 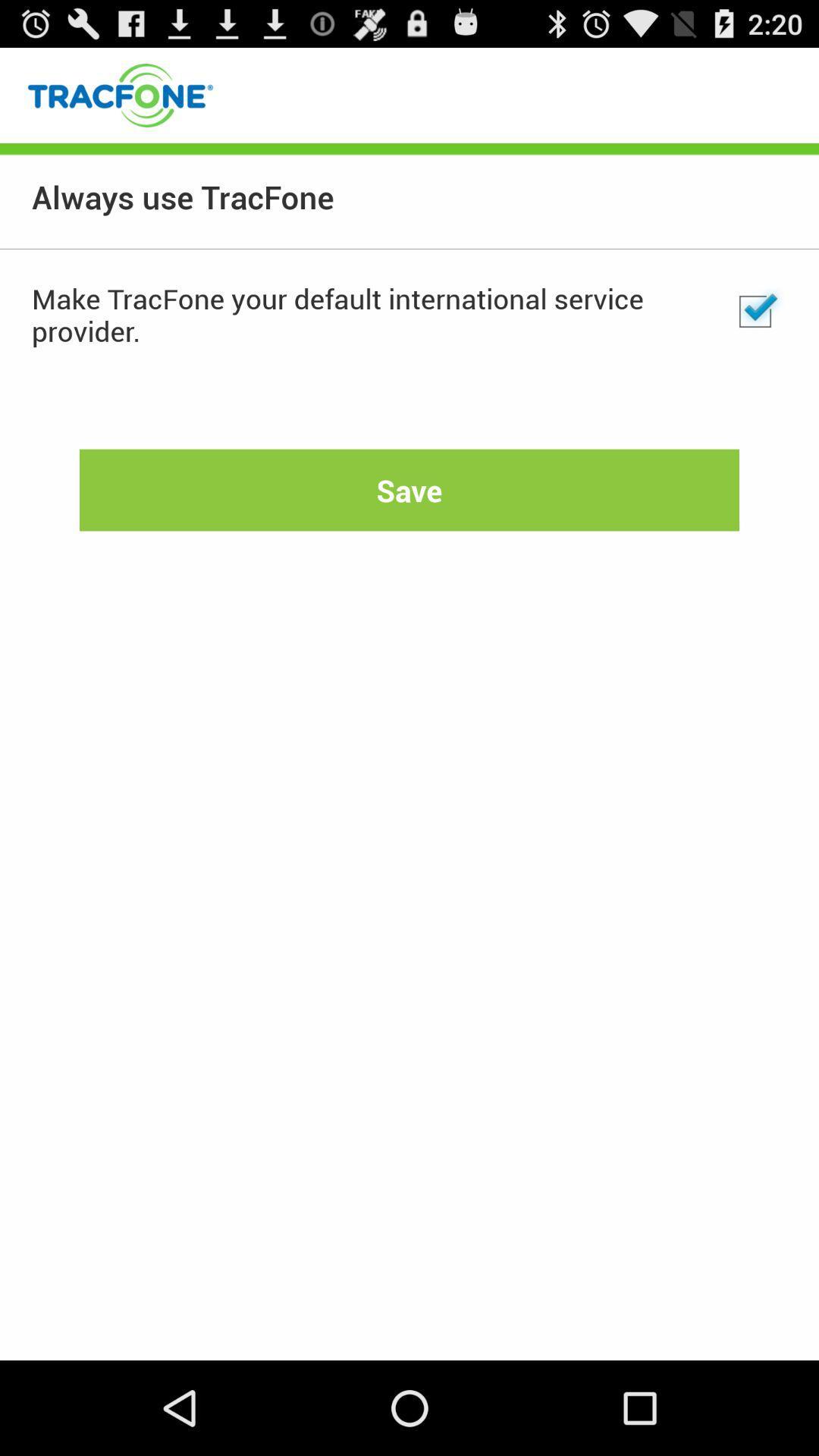 What do you see at coordinates (755, 311) in the screenshot?
I see `app next to the make tracfone your item` at bounding box center [755, 311].